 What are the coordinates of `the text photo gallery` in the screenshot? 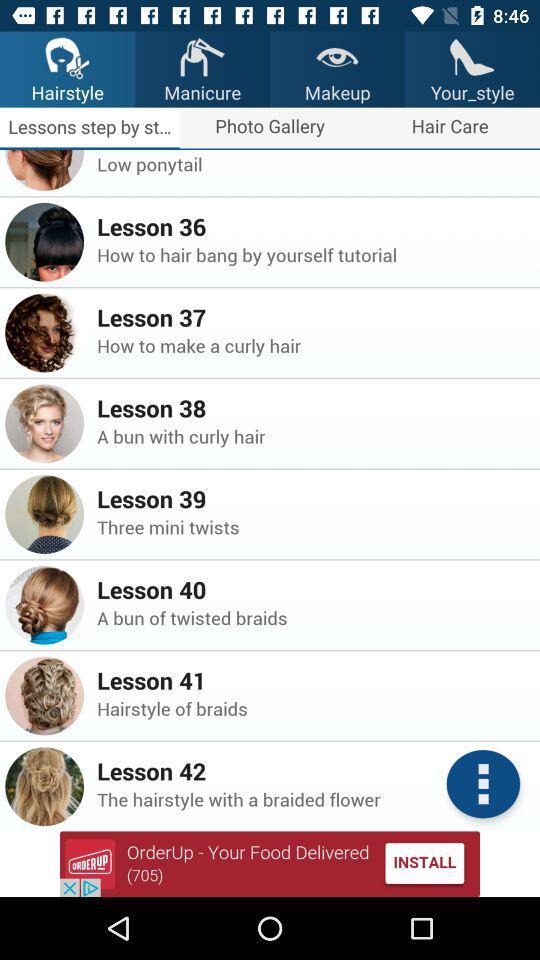 It's located at (270, 127).